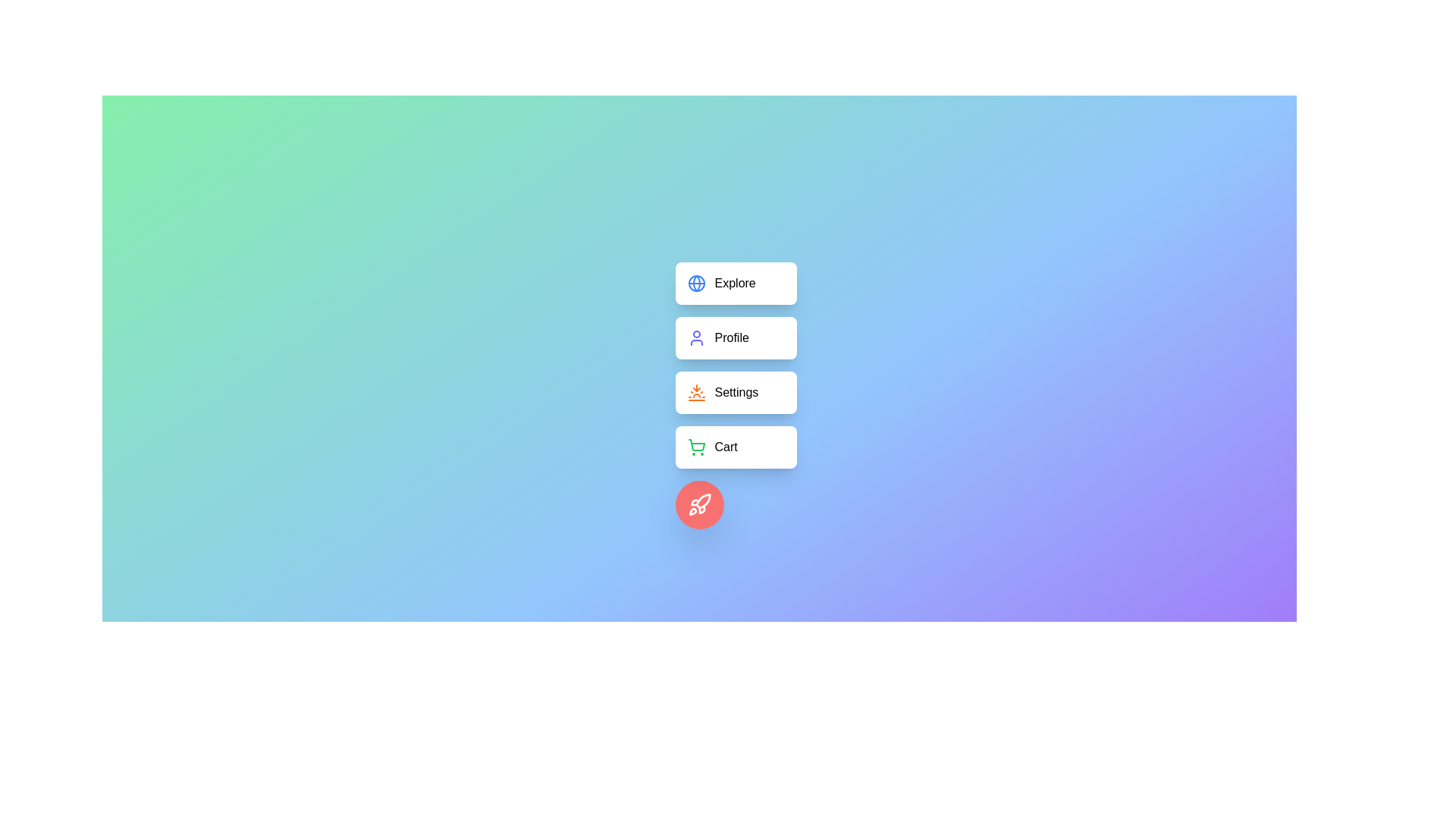  What do you see at coordinates (736, 284) in the screenshot?
I see `the 'Explore' button to select the option` at bounding box center [736, 284].